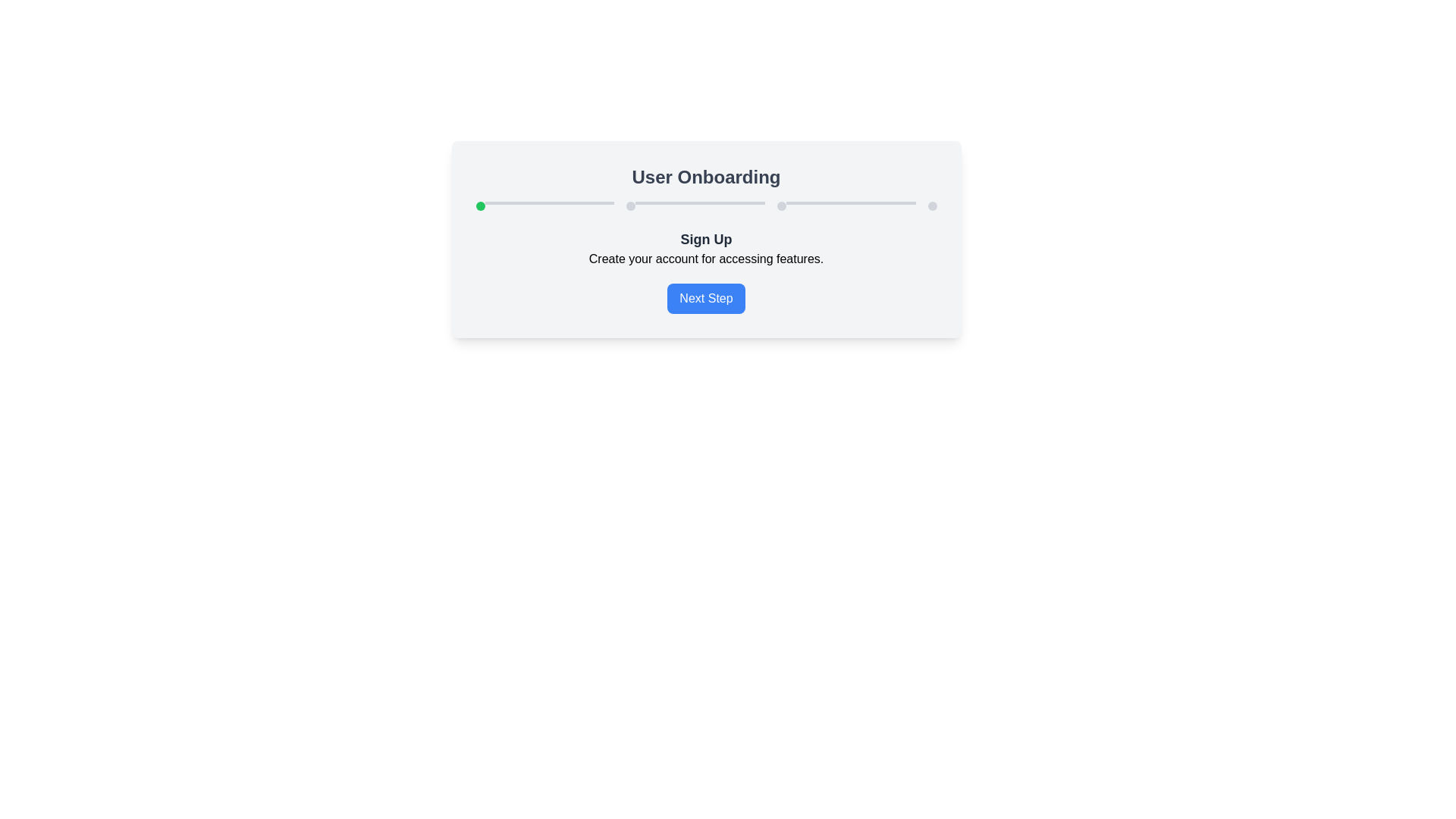 The width and height of the screenshot is (1456, 819). Describe the element at coordinates (699, 202) in the screenshot. I see `the fourth segment of the progress bar, which is a thin light gray horizontal bar positioned between two small gray circles` at that location.